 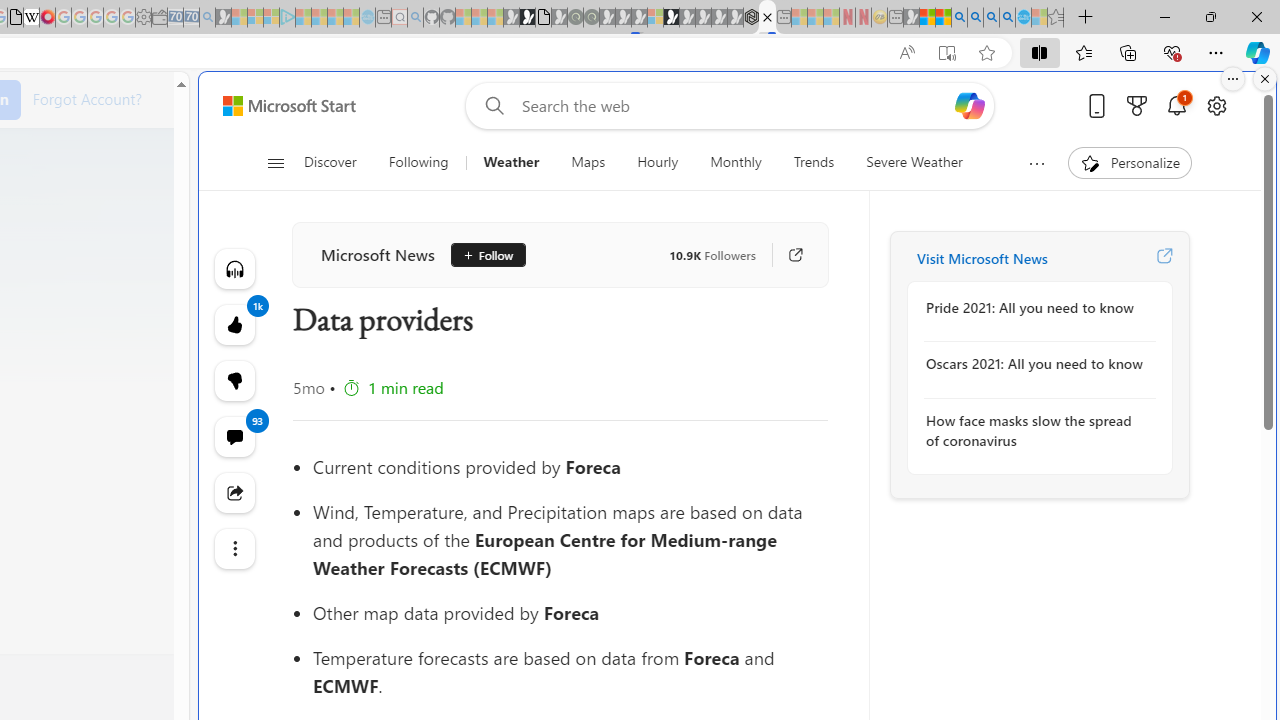 I want to click on 'Maps', so click(x=587, y=162).